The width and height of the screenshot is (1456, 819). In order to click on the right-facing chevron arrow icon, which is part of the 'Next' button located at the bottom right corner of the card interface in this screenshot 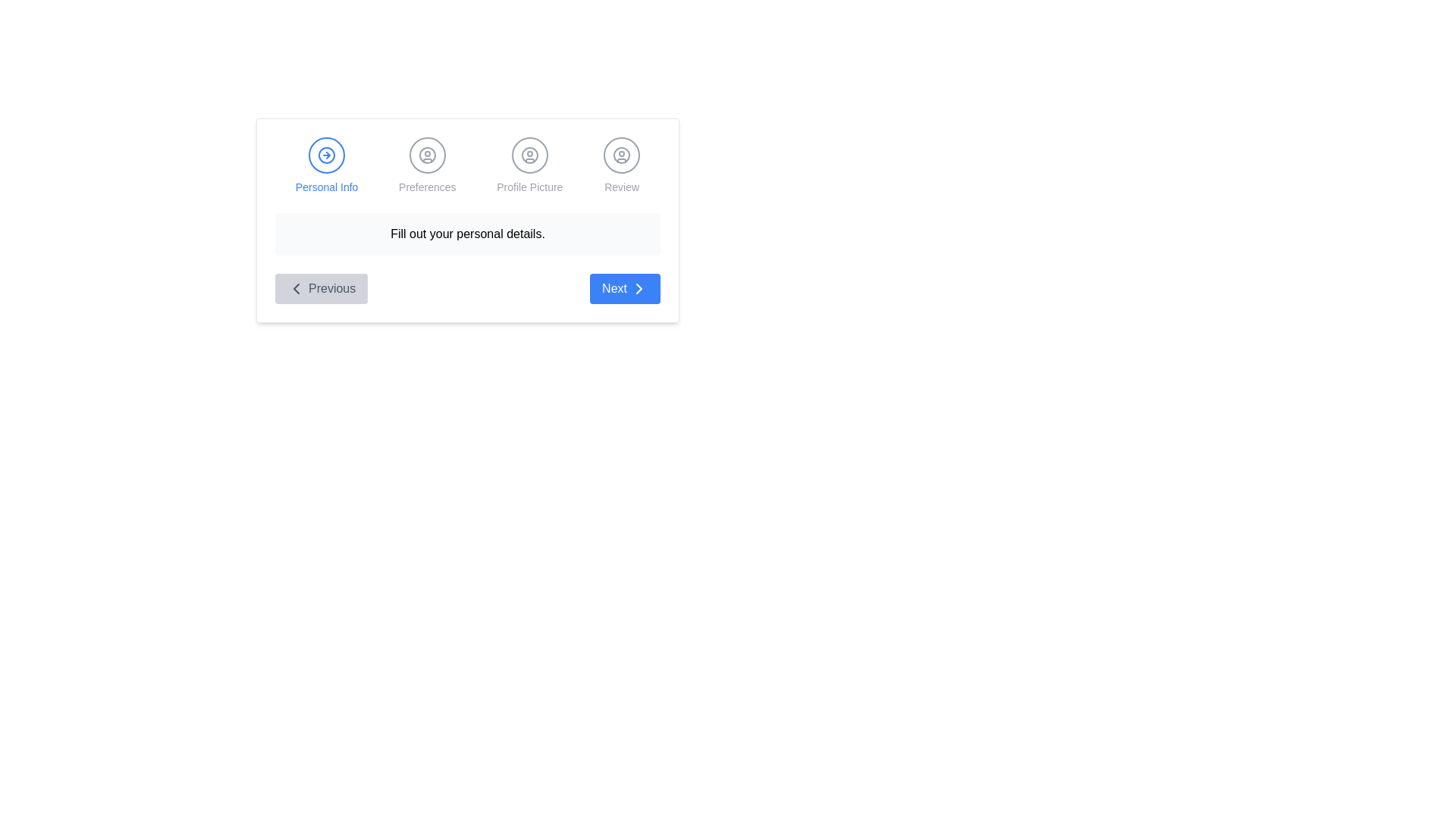, I will do `click(639, 289)`.